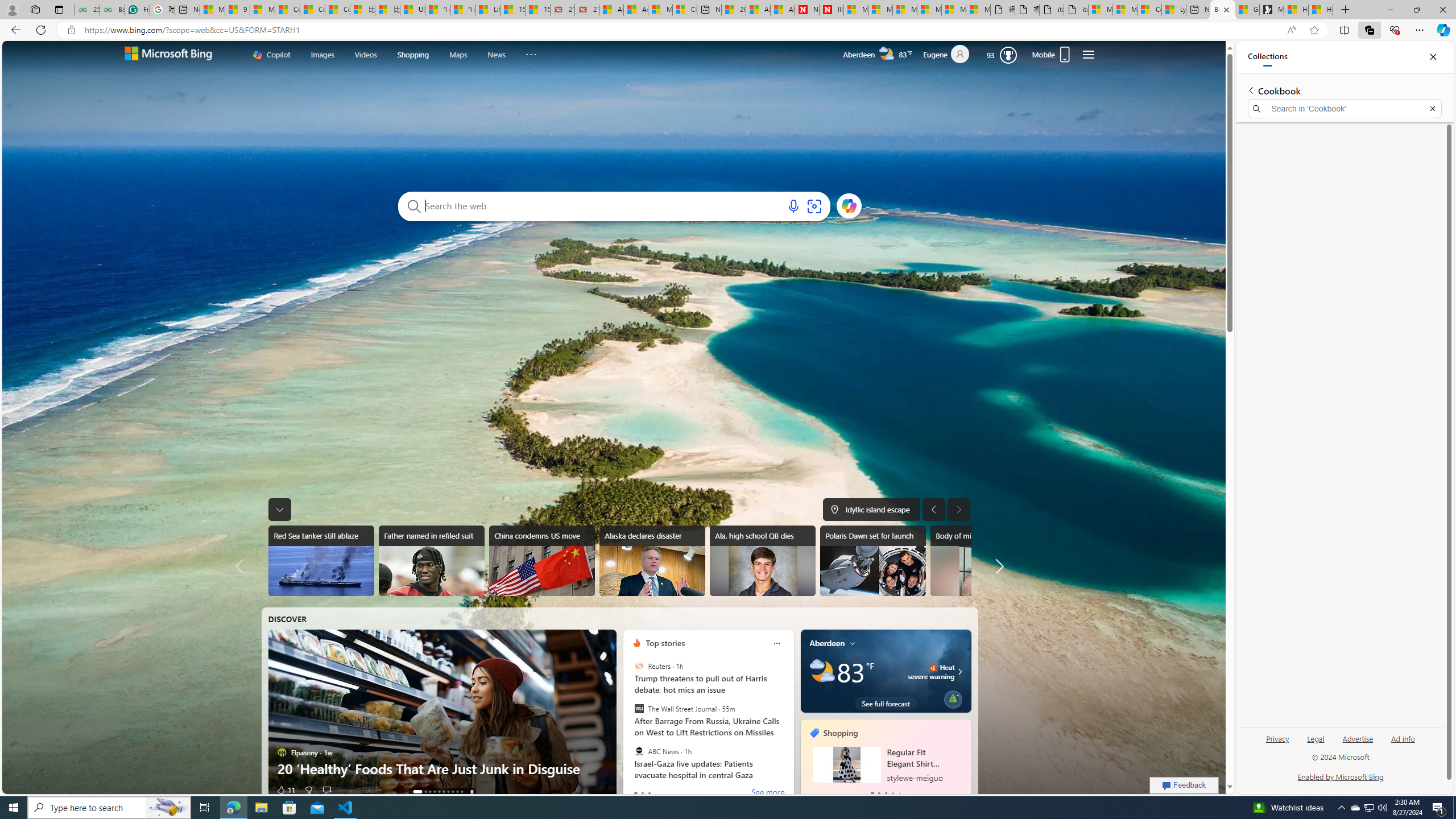  What do you see at coordinates (827, 643) in the screenshot?
I see `'Aberdeen'` at bounding box center [827, 643].